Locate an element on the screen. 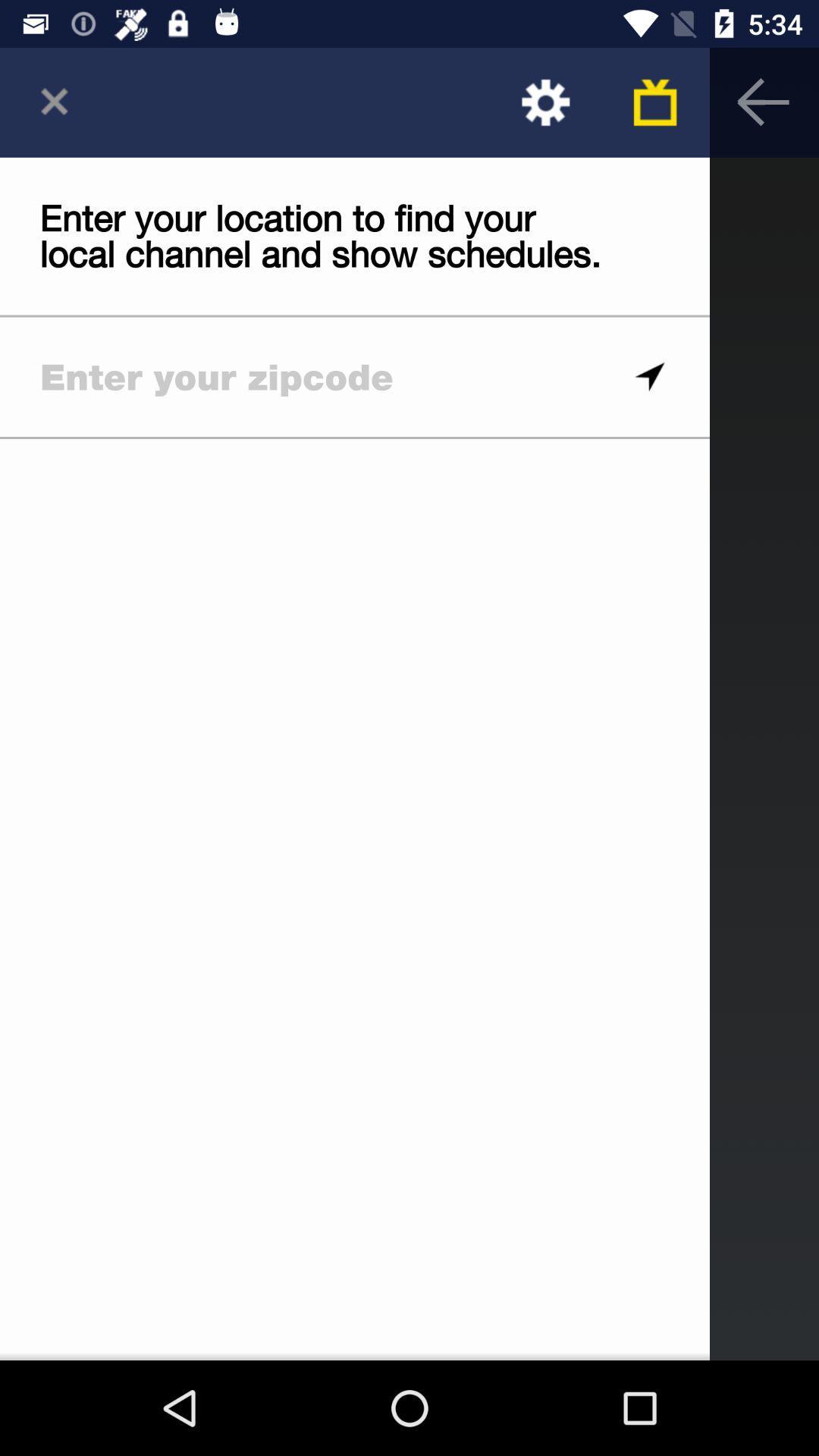 The width and height of the screenshot is (819, 1456). the navigation icon is located at coordinates (648, 377).